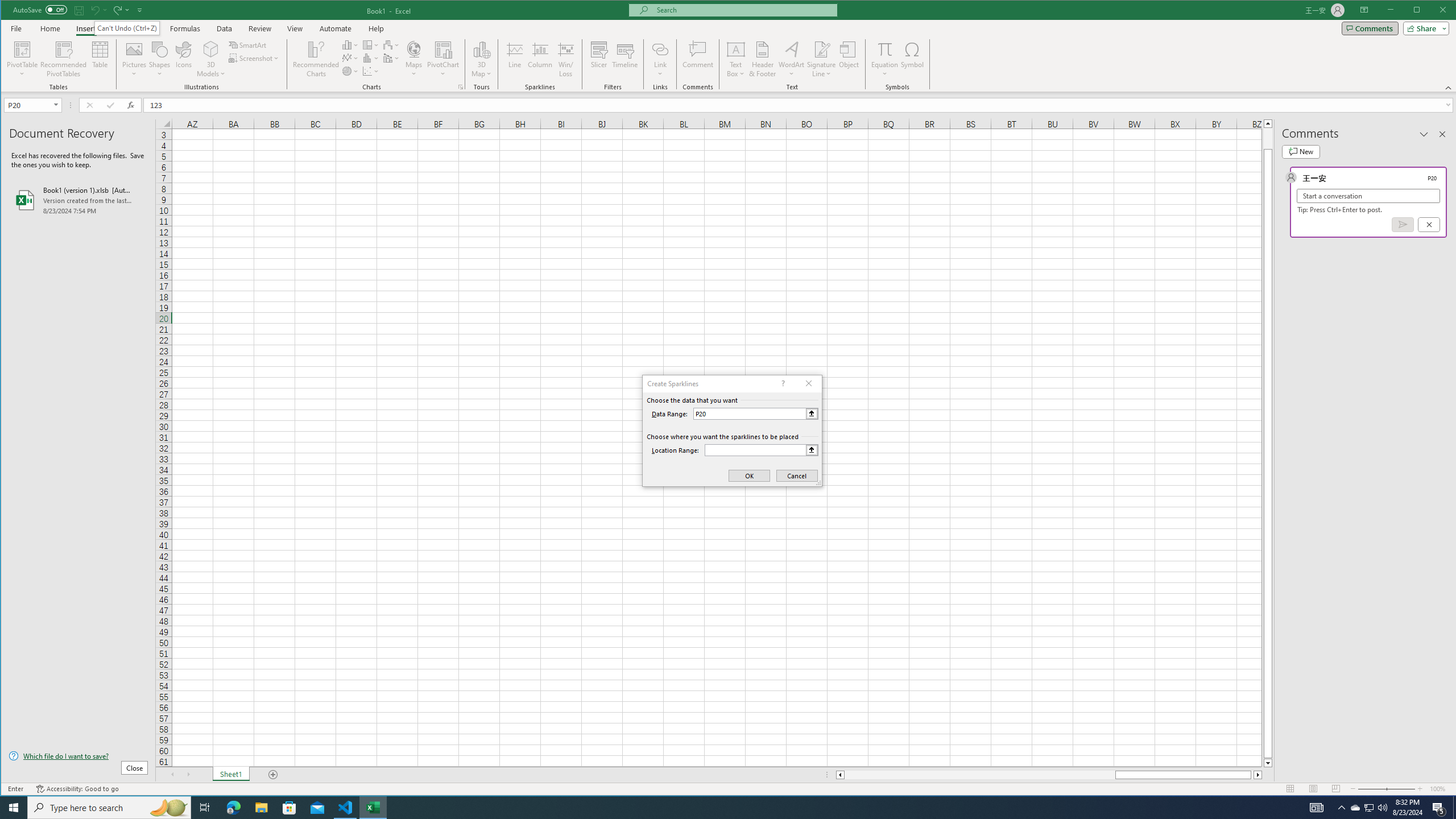  I want to click on 'Header & Footer...', so click(763, 59).